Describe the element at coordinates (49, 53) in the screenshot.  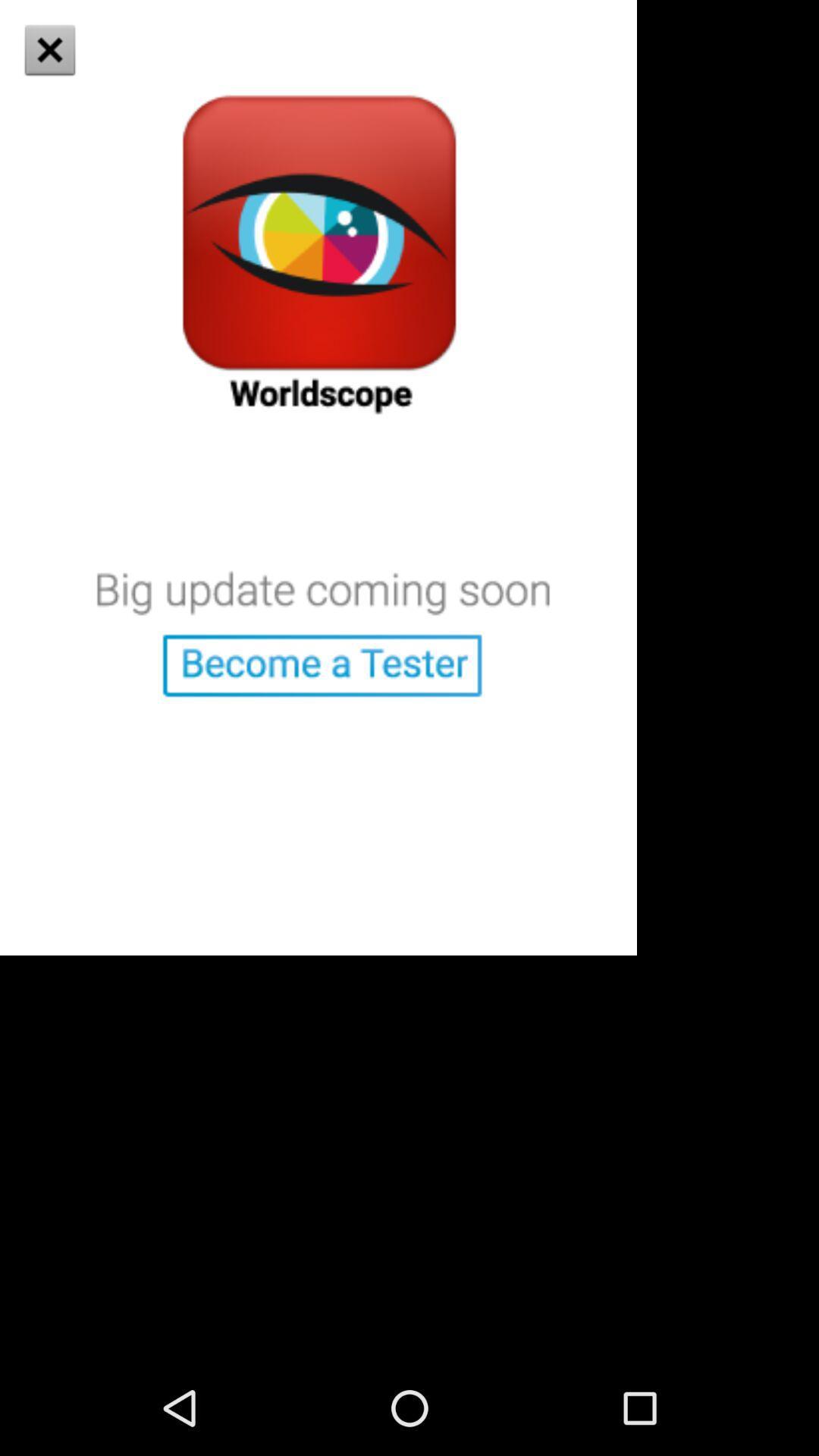
I see `the close icon` at that location.